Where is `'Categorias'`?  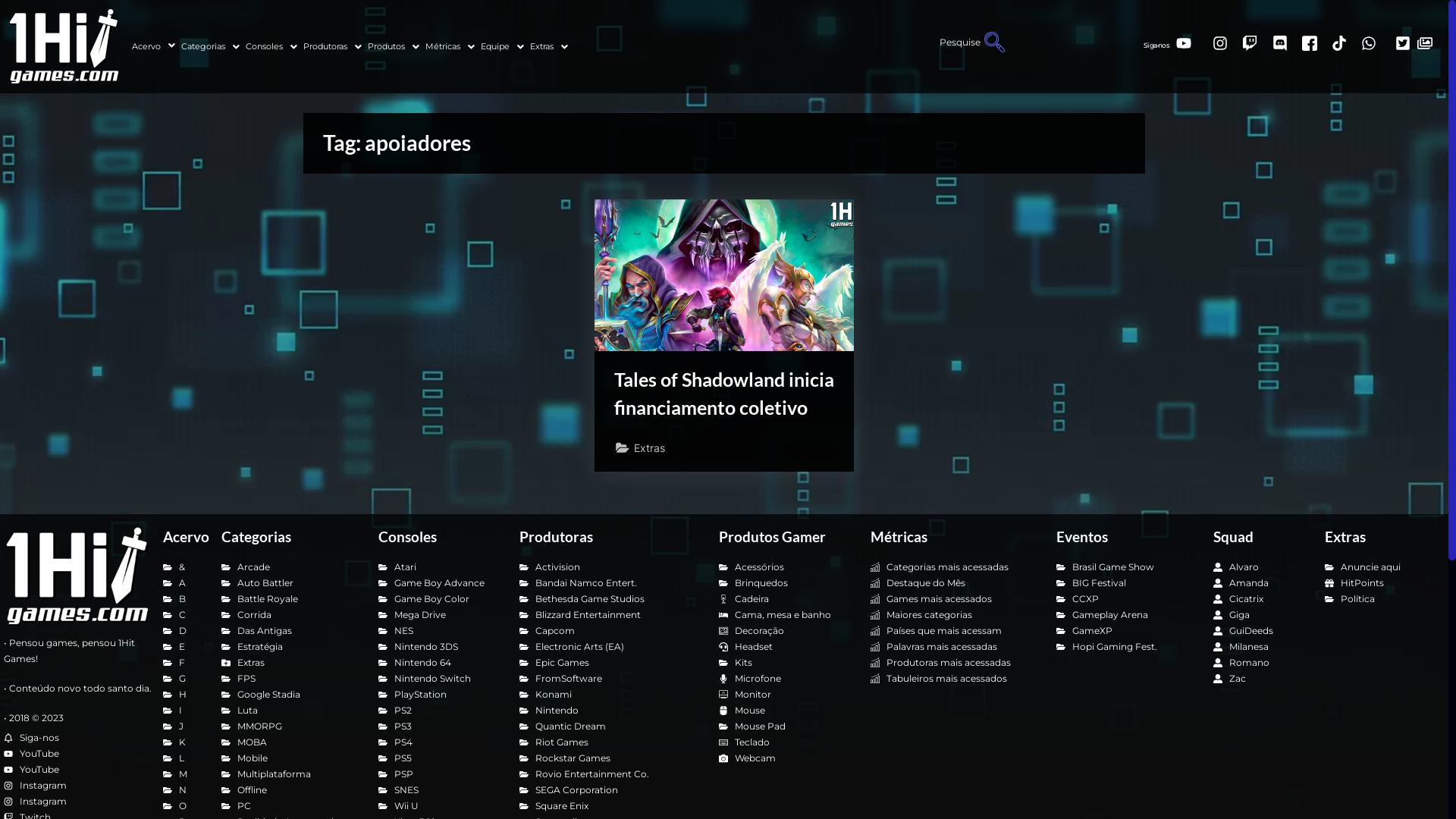
'Categorias' is located at coordinates (256, 535).